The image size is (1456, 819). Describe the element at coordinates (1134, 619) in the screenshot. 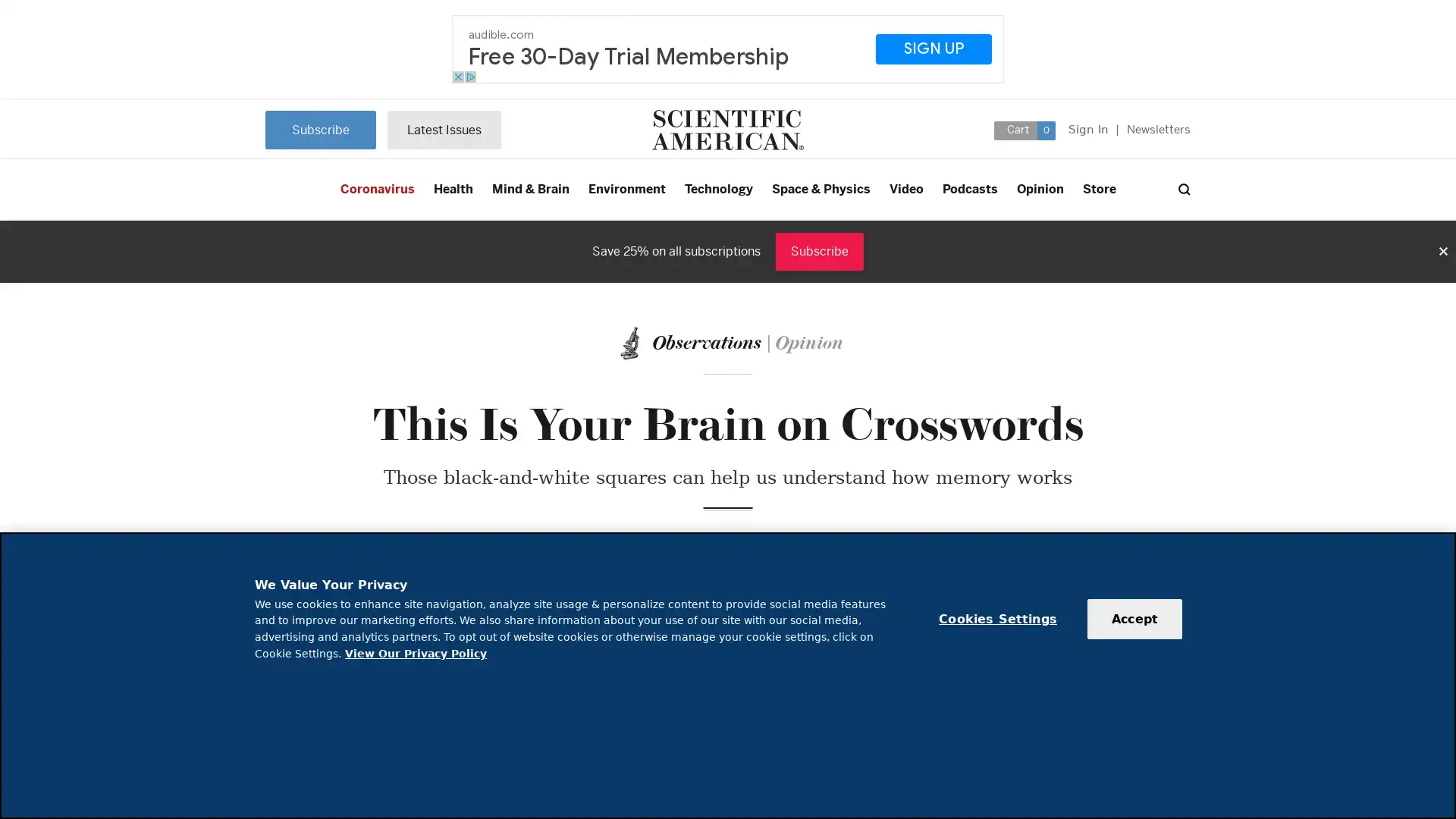

I see `Accept` at that location.